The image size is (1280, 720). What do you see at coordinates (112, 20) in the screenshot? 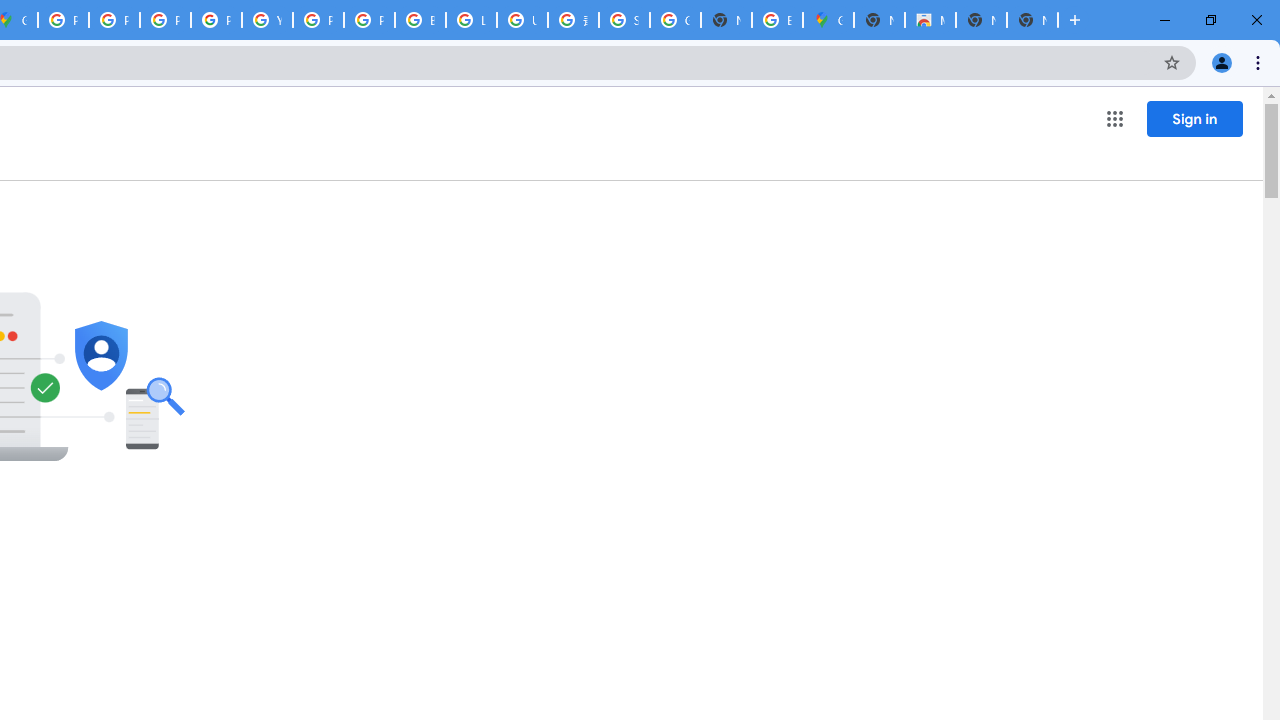
I see `'Privacy Help Center - Policies Help'` at bounding box center [112, 20].